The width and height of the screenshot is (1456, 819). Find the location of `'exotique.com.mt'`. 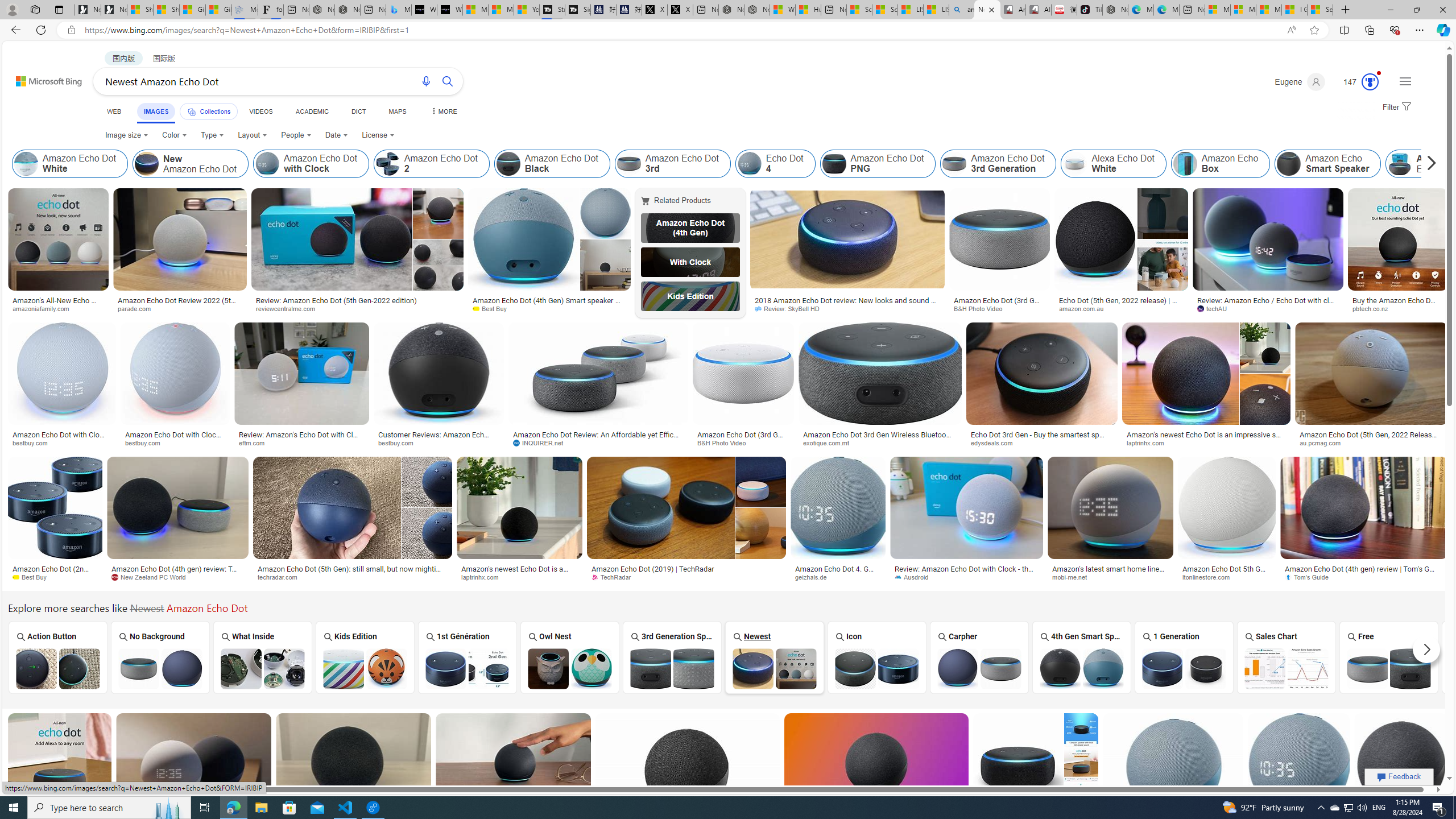

'exotique.com.mt' is located at coordinates (879, 442).